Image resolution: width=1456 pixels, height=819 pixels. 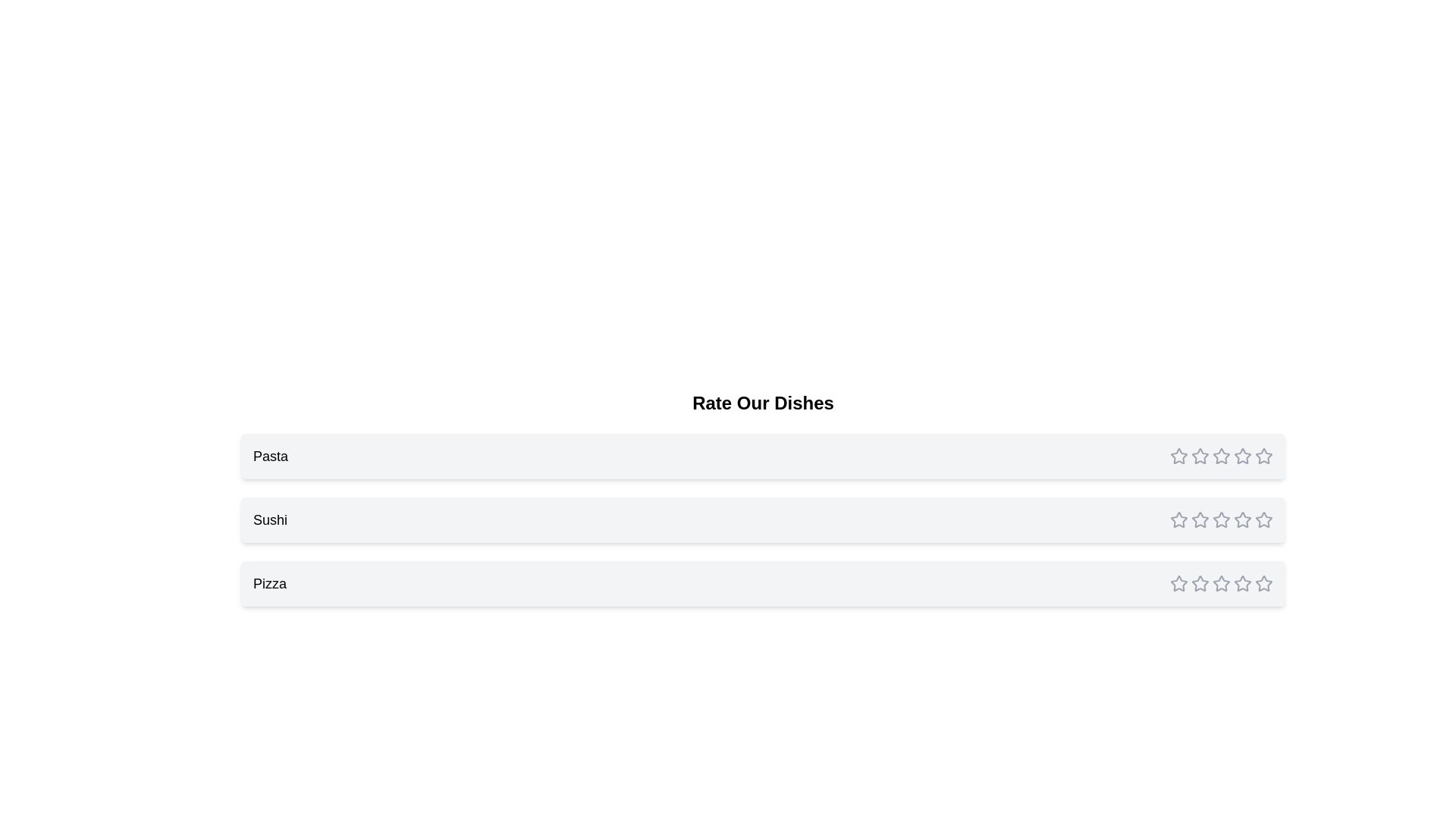 What do you see at coordinates (1220, 519) in the screenshot?
I see `the second star in the rating bar associated with 'Sushi'` at bounding box center [1220, 519].